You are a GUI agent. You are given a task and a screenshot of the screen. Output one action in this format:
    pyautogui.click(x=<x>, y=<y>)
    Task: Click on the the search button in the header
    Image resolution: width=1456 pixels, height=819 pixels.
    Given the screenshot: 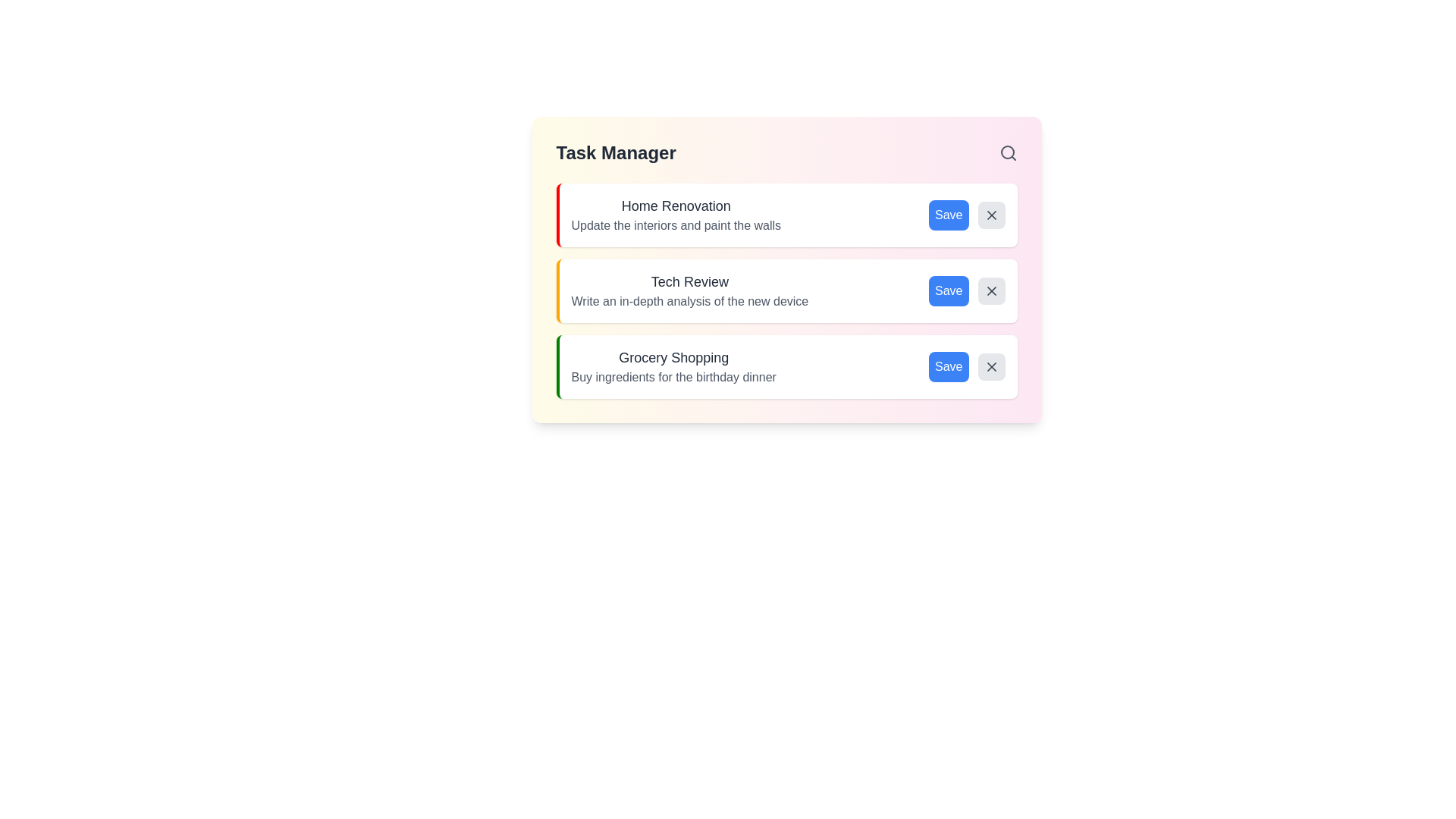 What is the action you would take?
    pyautogui.click(x=1008, y=152)
    